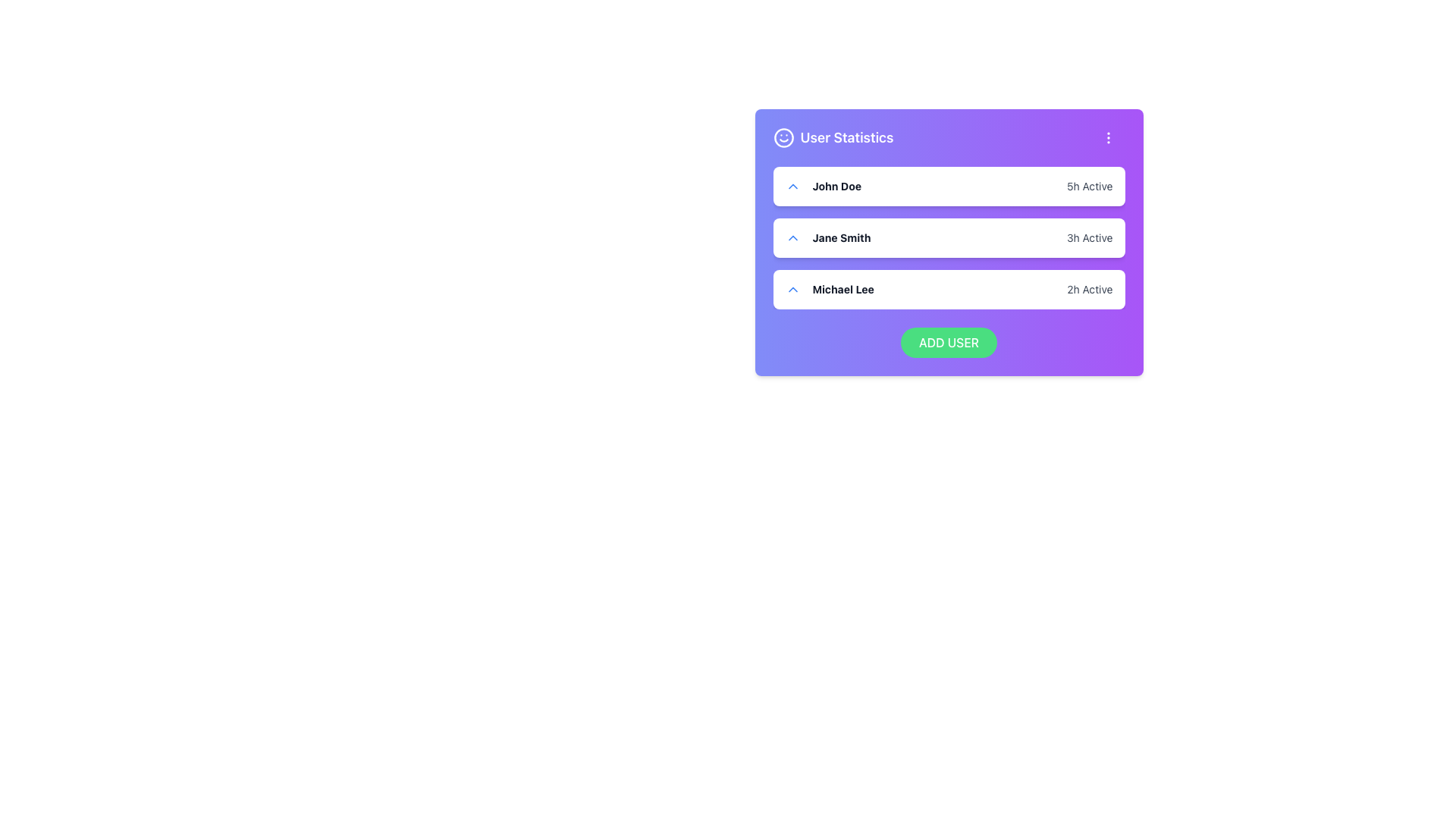 Image resolution: width=1456 pixels, height=819 pixels. What do you see at coordinates (948, 342) in the screenshot?
I see `the green 'ADD USER' button with rounded edges located at the bottom center of the 'User Statistics' card` at bounding box center [948, 342].